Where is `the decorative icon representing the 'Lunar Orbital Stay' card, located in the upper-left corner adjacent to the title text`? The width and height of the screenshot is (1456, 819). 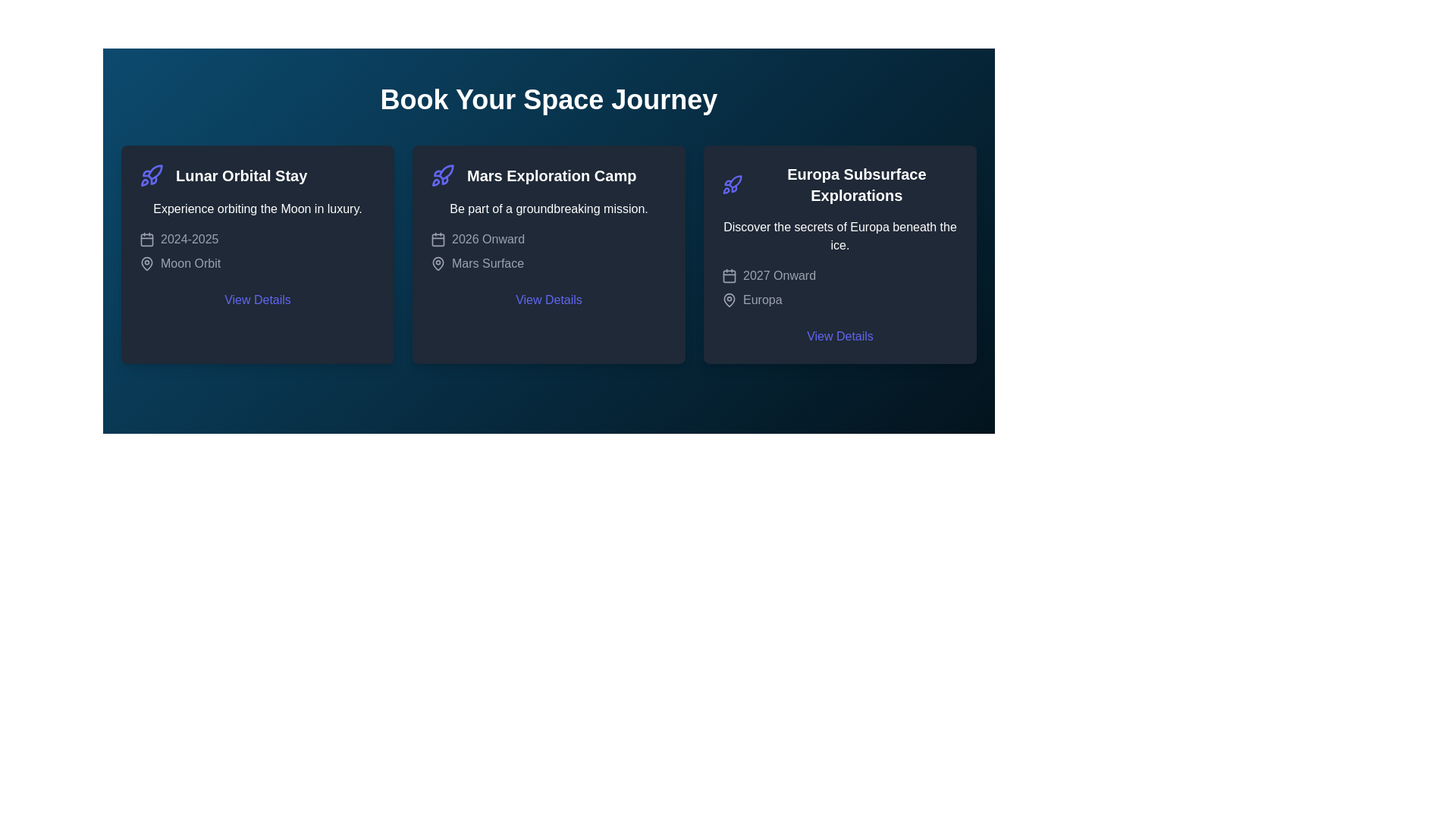 the decorative icon representing the 'Lunar Orbital Stay' card, located in the upper-left corner adjacent to the title text is located at coordinates (155, 171).